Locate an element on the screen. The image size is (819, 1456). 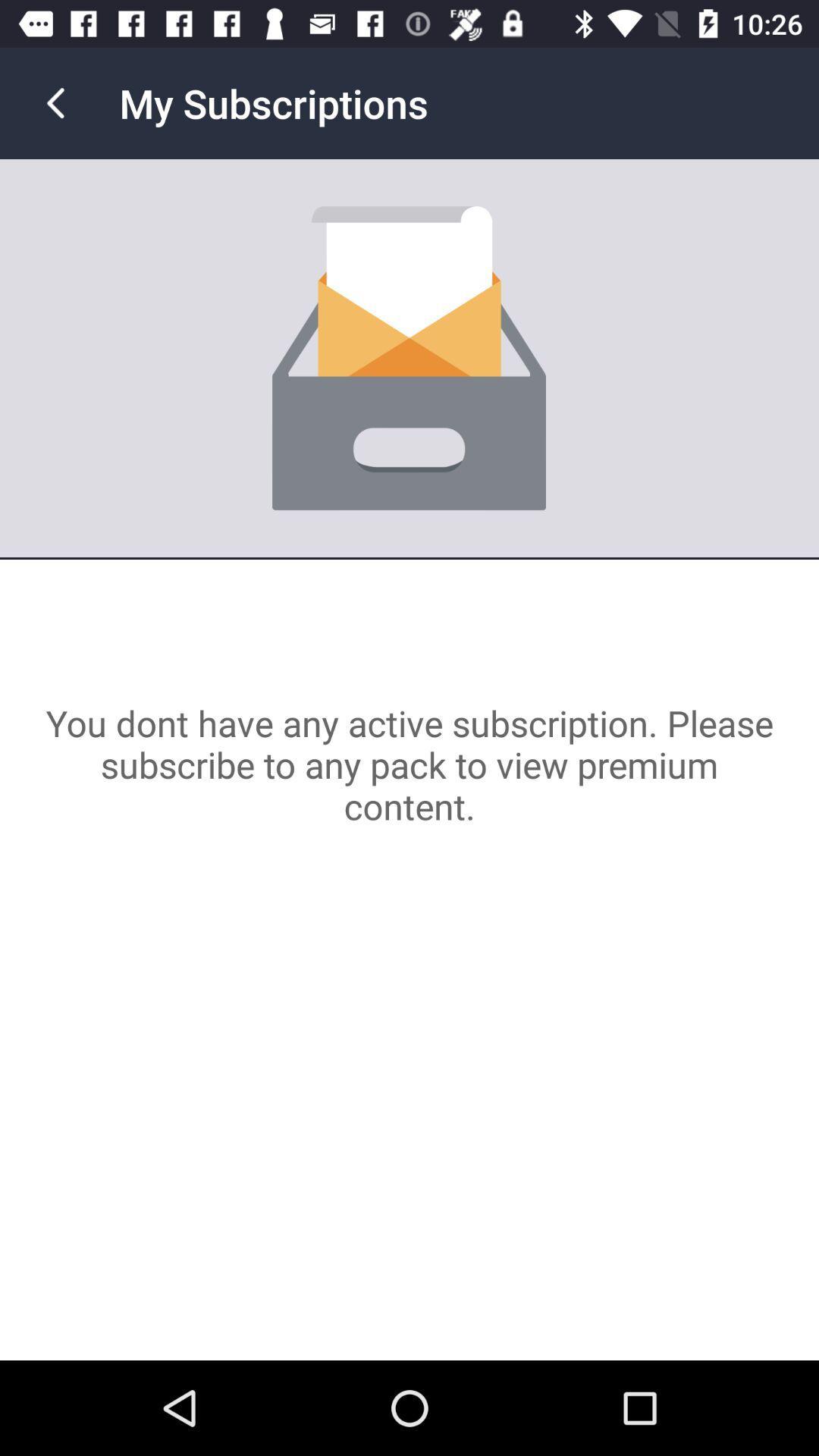
the icon to the left of the my subscriptions icon is located at coordinates (55, 102).